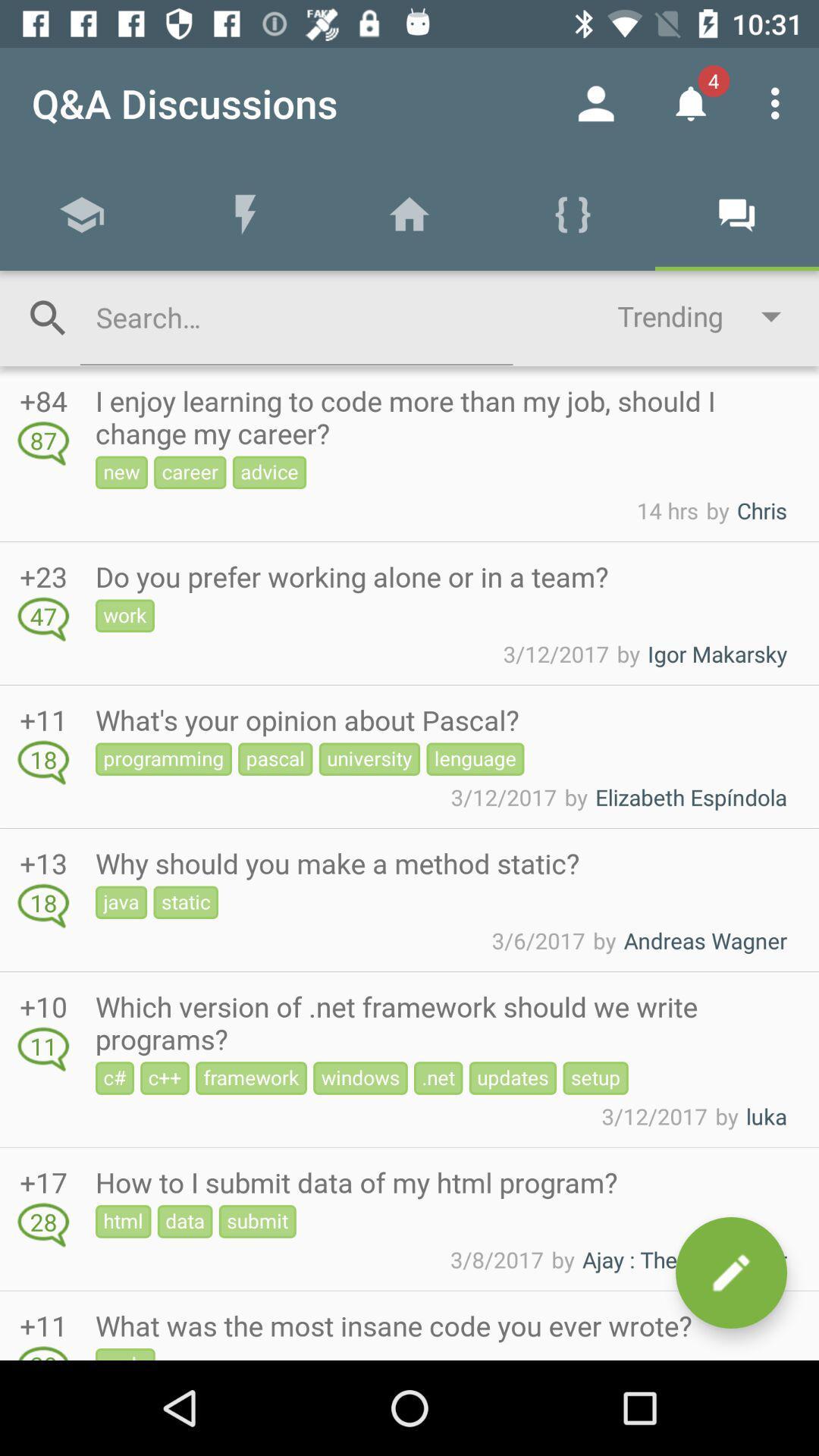 Image resolution: width=819 pixels, height=1456 pixels. What do you see at coordinates (730, 1272) in the screenshot?
I see `edit button` at bounding box center [730, 1272].